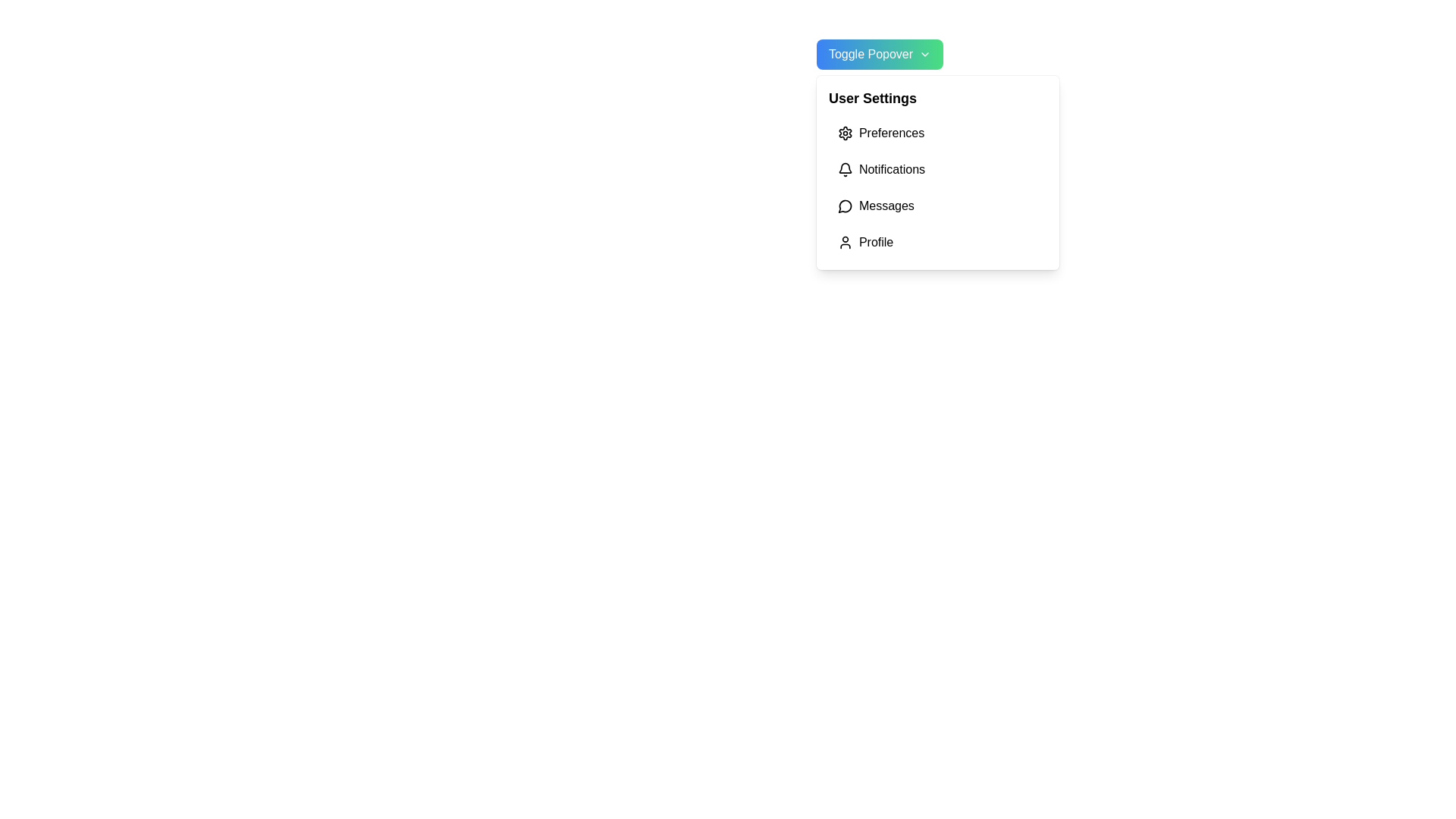  I want to click on text label 'Messages' located in the User Settings menu, positioned third in the vertical navigation, below 'Notifications' and above 'Profile', so click(886, 206).